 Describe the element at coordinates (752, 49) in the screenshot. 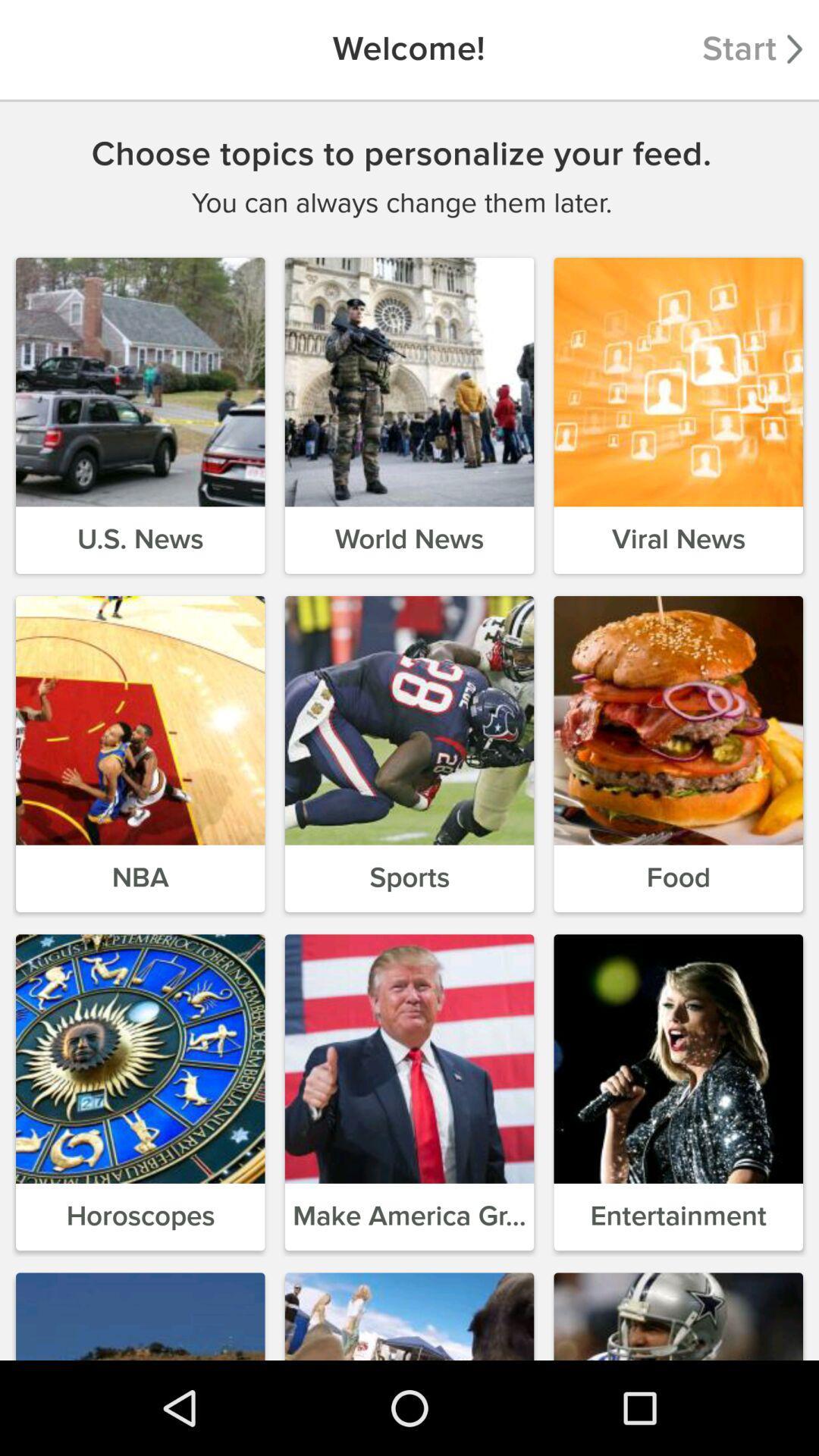

I see `the item next to the welcome! item` at that location.